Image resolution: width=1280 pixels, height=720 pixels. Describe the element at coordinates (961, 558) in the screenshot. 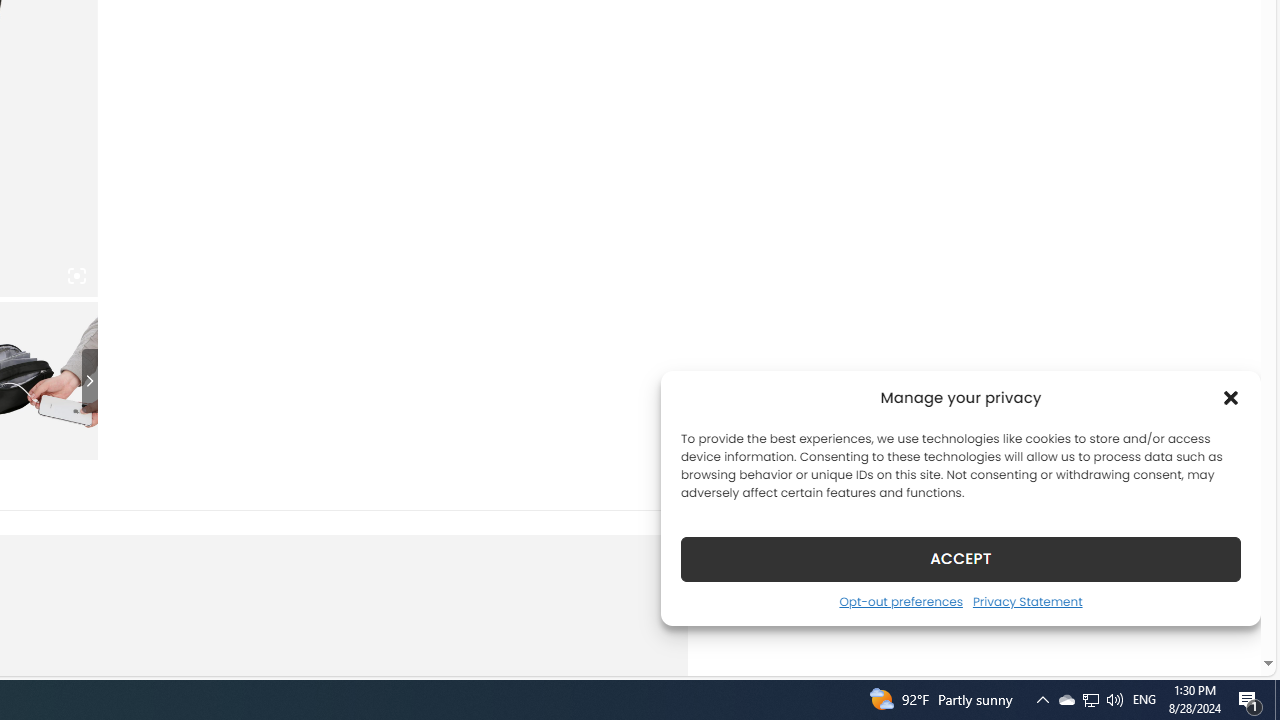

I see `'ACCEPT'` at that location.